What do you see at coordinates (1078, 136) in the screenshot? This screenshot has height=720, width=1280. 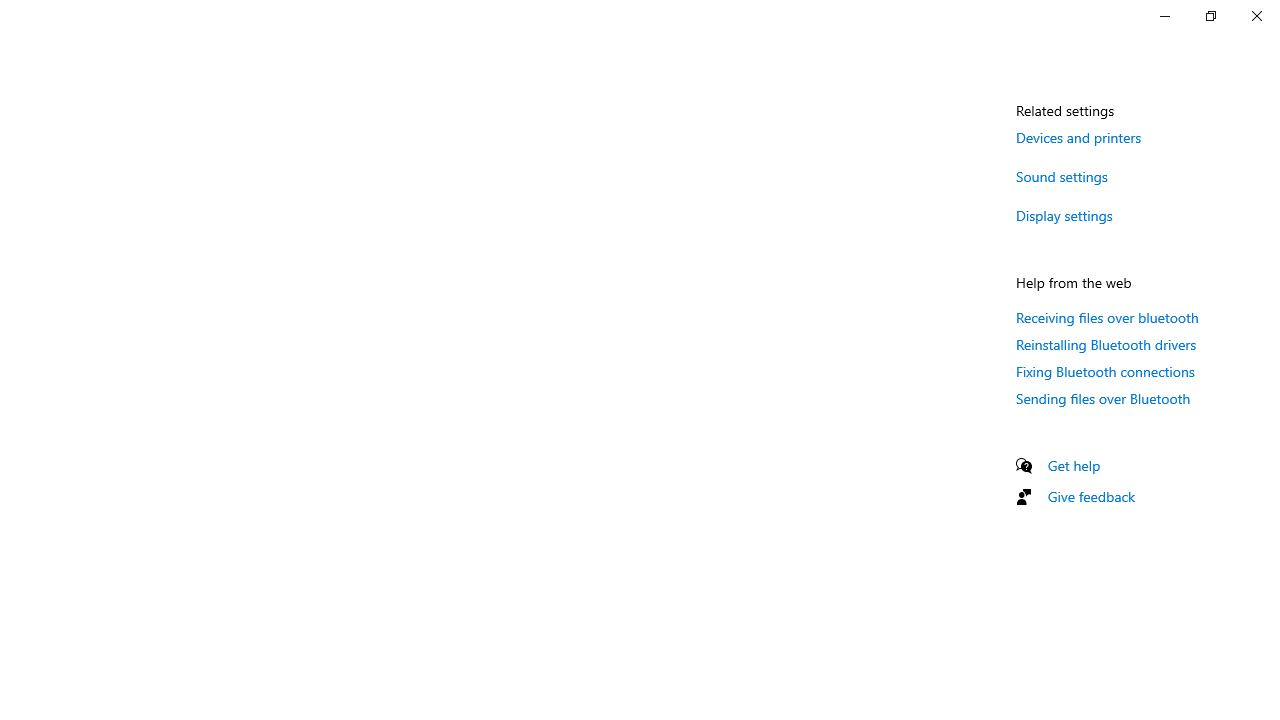 I see `'Devices and printers'` at bounding box center [1078, 136].